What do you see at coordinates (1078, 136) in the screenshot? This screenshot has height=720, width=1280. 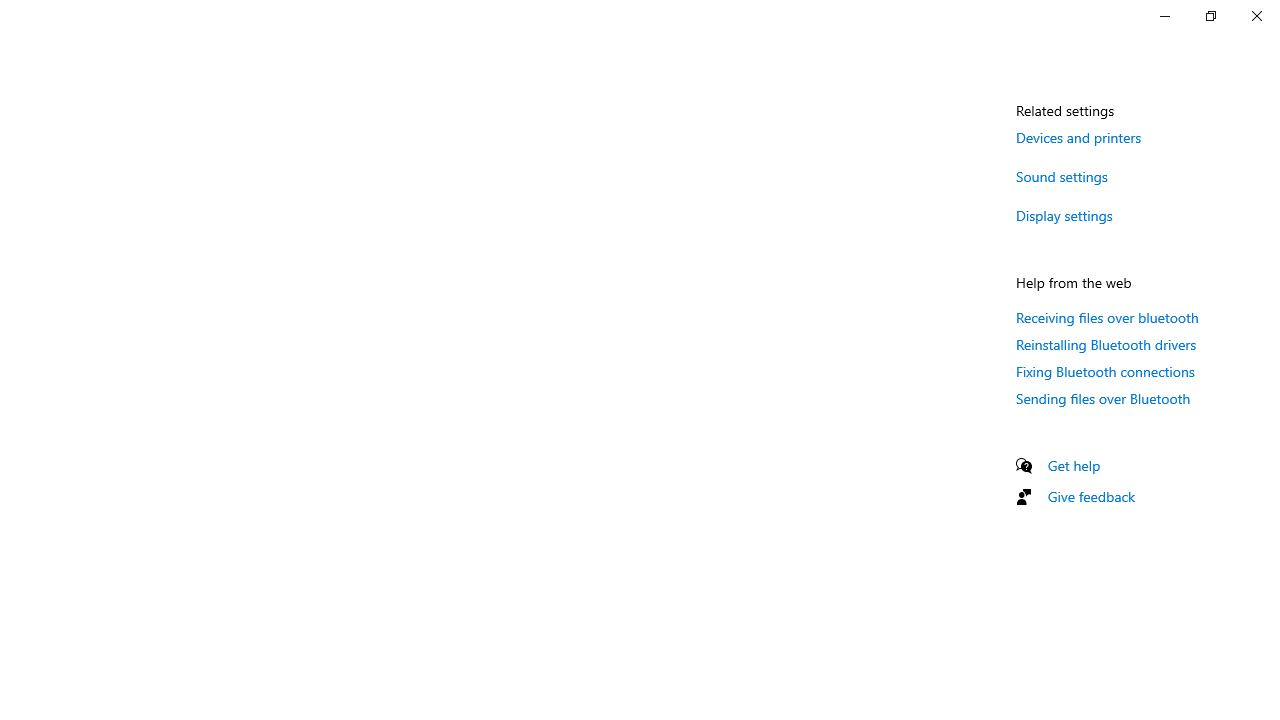 I see `'Devices and printers'` at bounding box center [1078, 136].